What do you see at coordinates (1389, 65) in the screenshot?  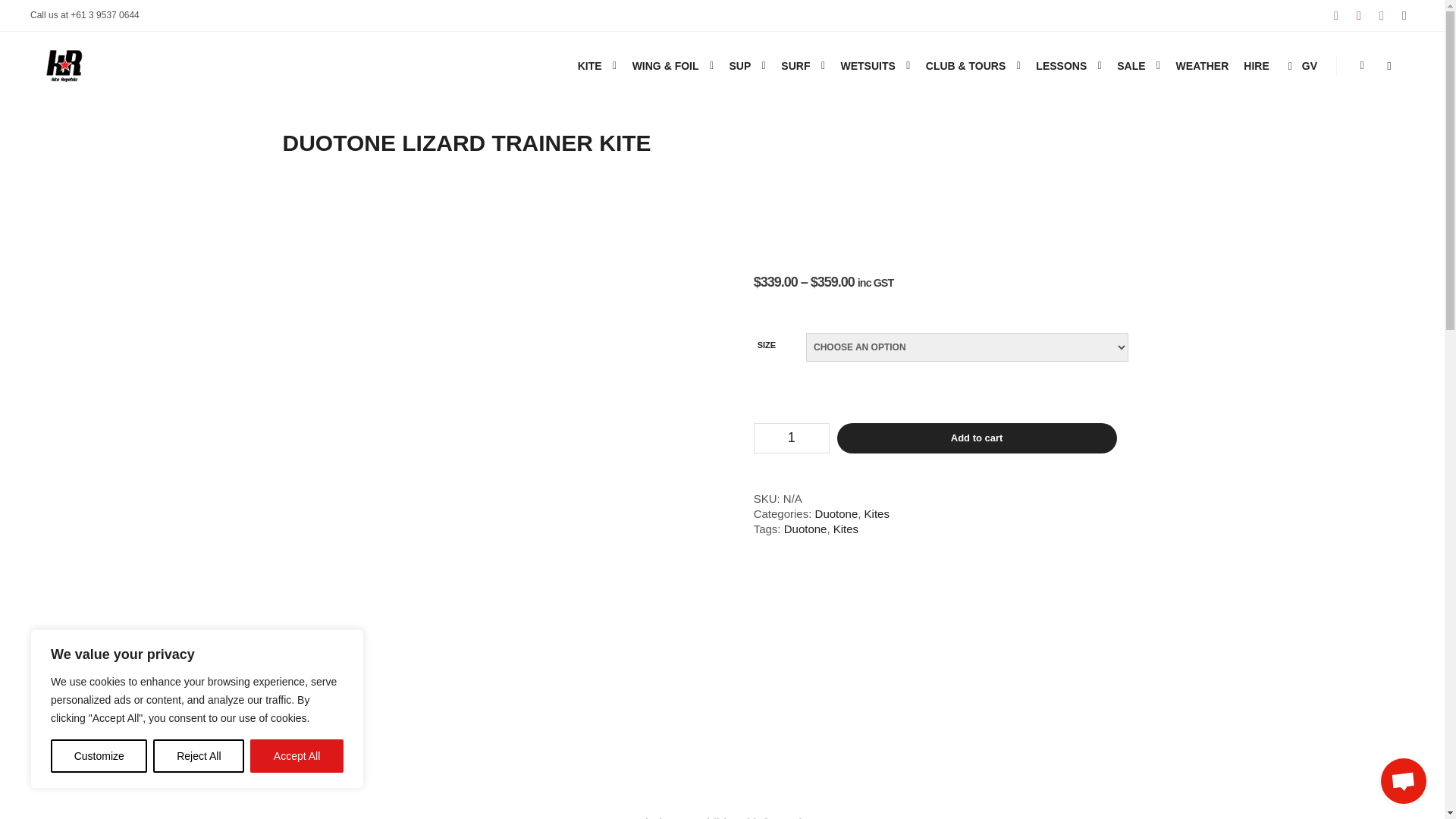 I see `'Search'` at bounding box center [1389, 65].